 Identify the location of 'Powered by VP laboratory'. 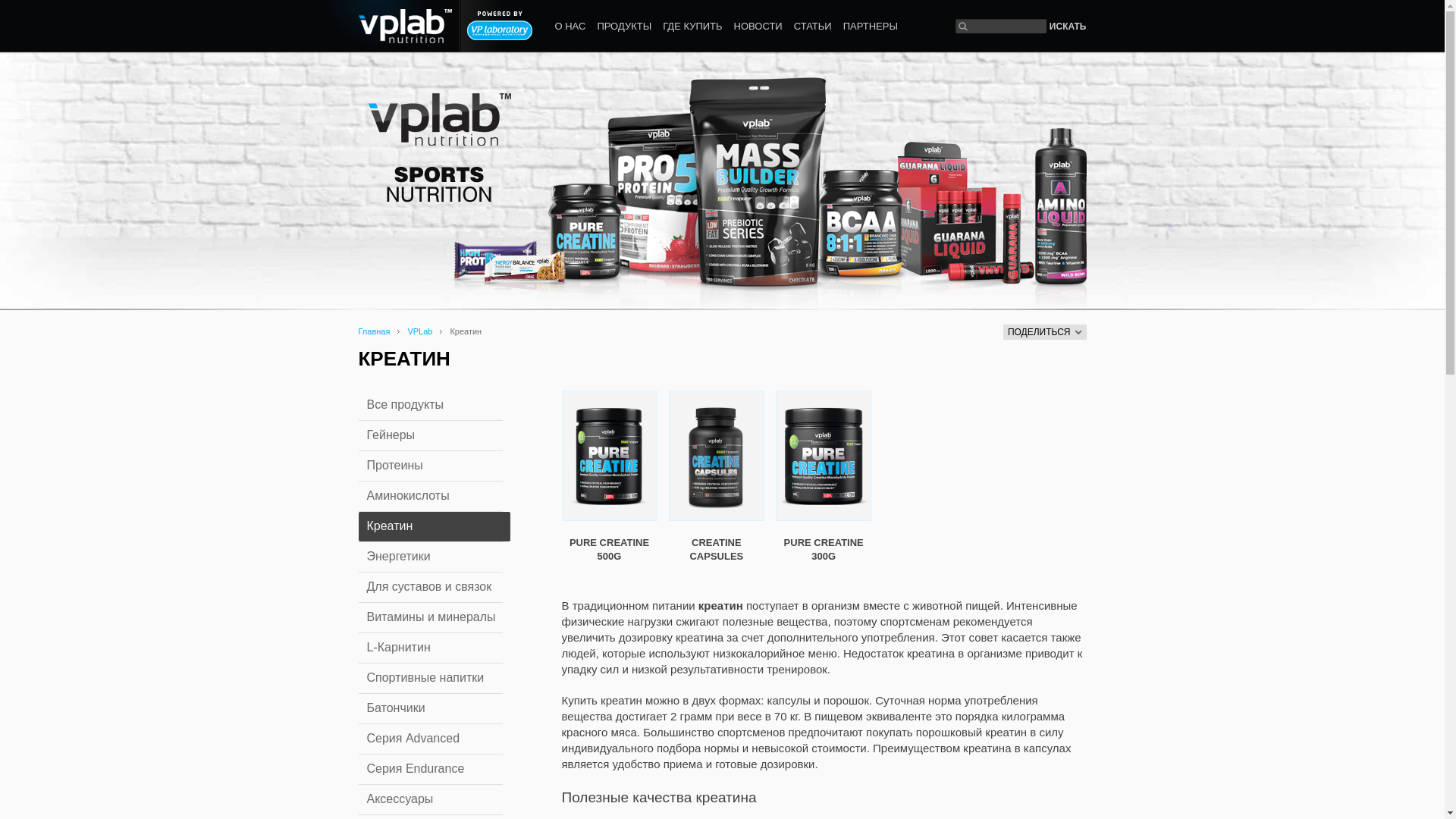
(499, 26).